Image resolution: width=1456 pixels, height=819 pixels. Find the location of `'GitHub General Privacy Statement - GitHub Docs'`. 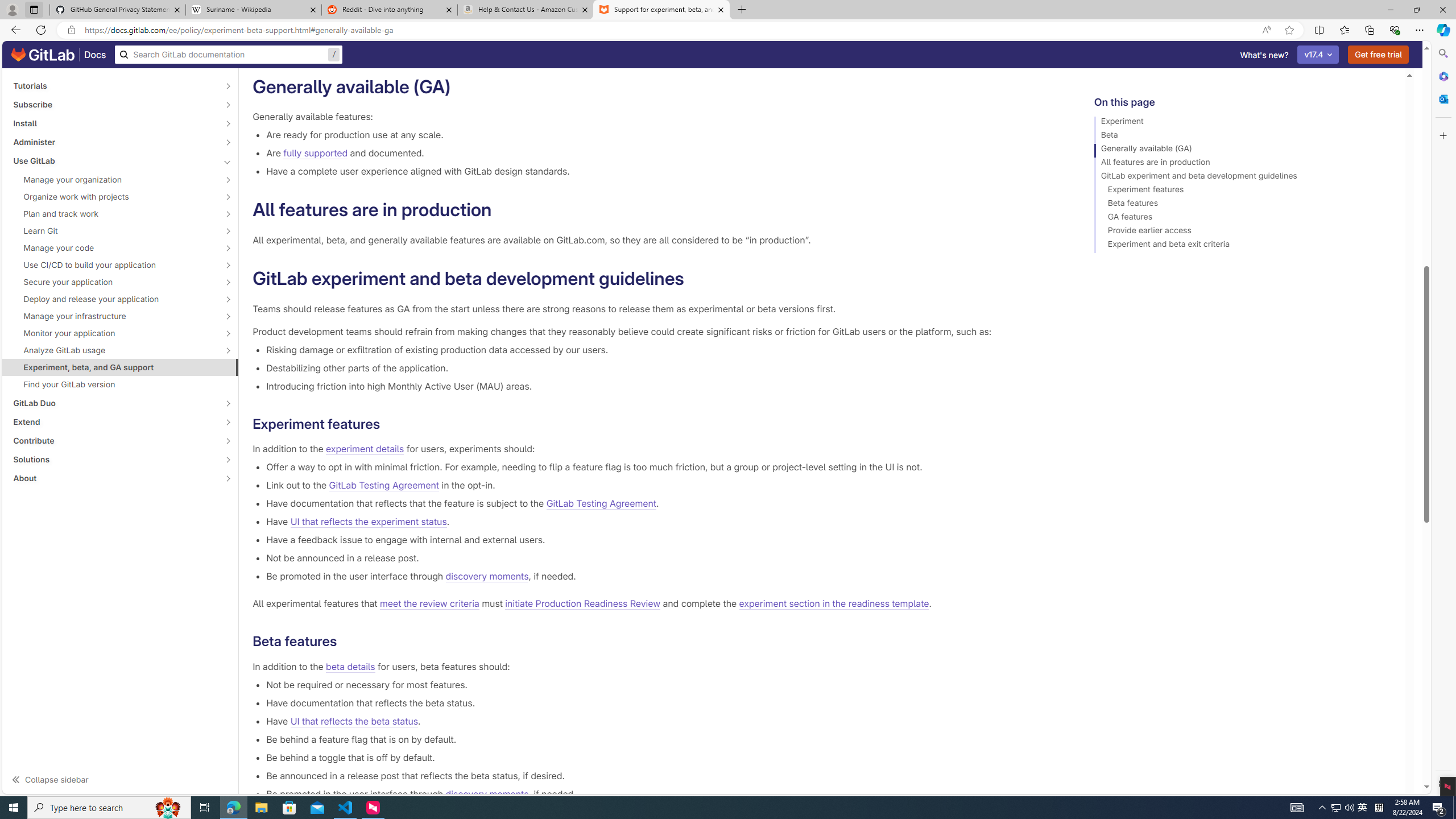

'GitHub General Privacy Statement - GitHub Docs' is located at coordinates (118, 9).